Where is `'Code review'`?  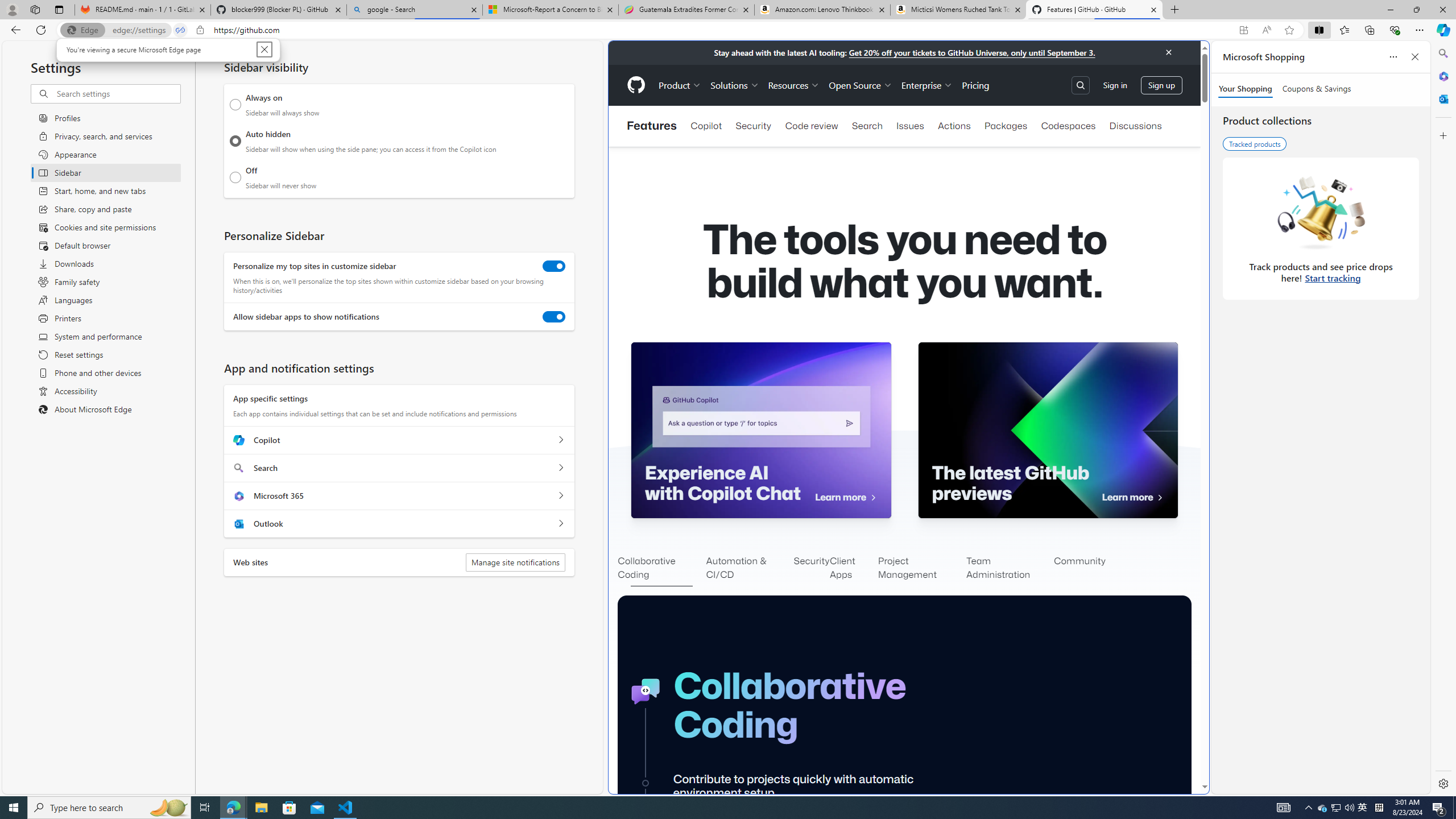 'Code review' is located at coordinates (811, 126).